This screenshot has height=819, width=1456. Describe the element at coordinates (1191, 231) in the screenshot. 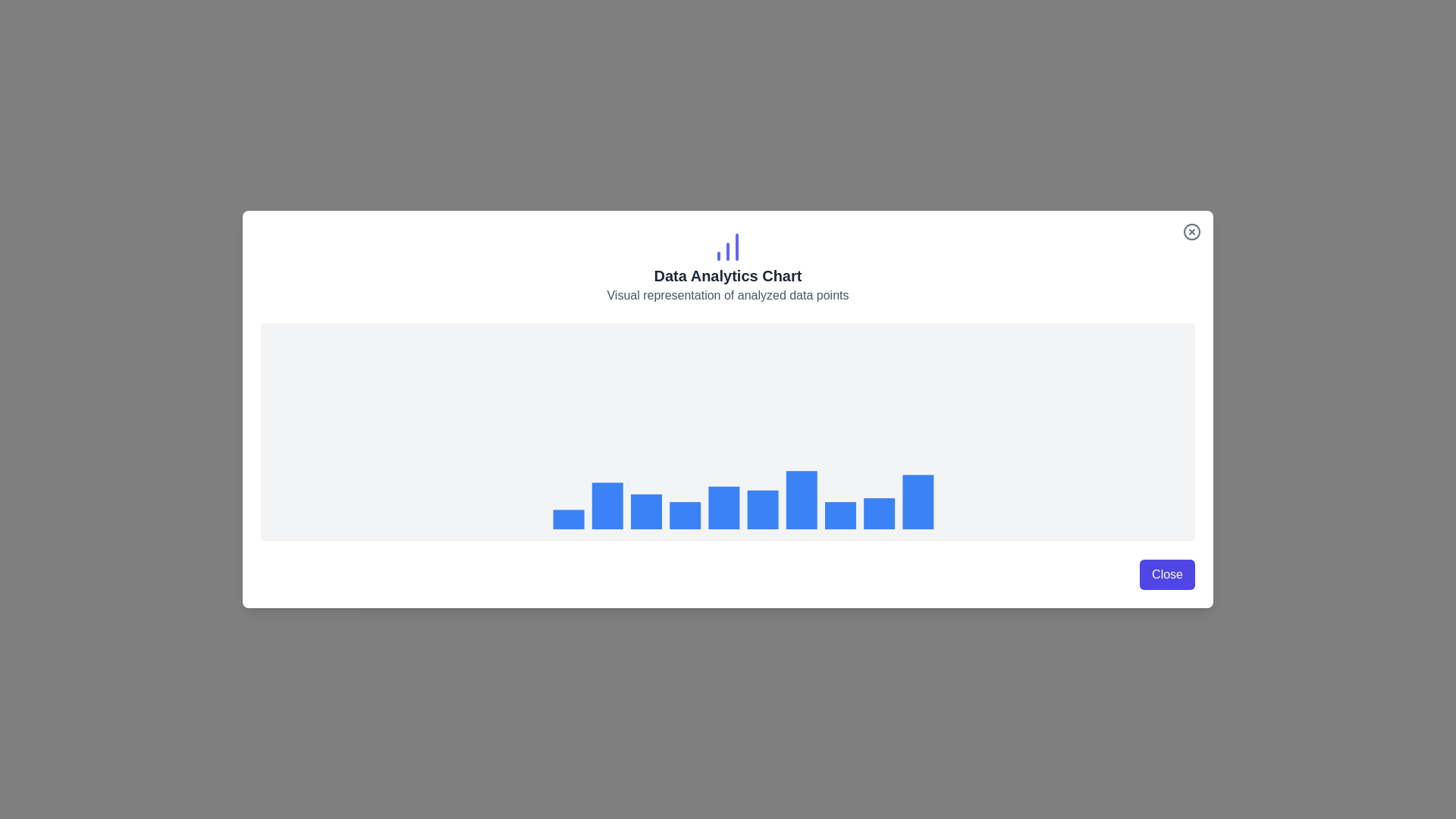

I see `the close button located at the top right corner of the dialog` at that location.